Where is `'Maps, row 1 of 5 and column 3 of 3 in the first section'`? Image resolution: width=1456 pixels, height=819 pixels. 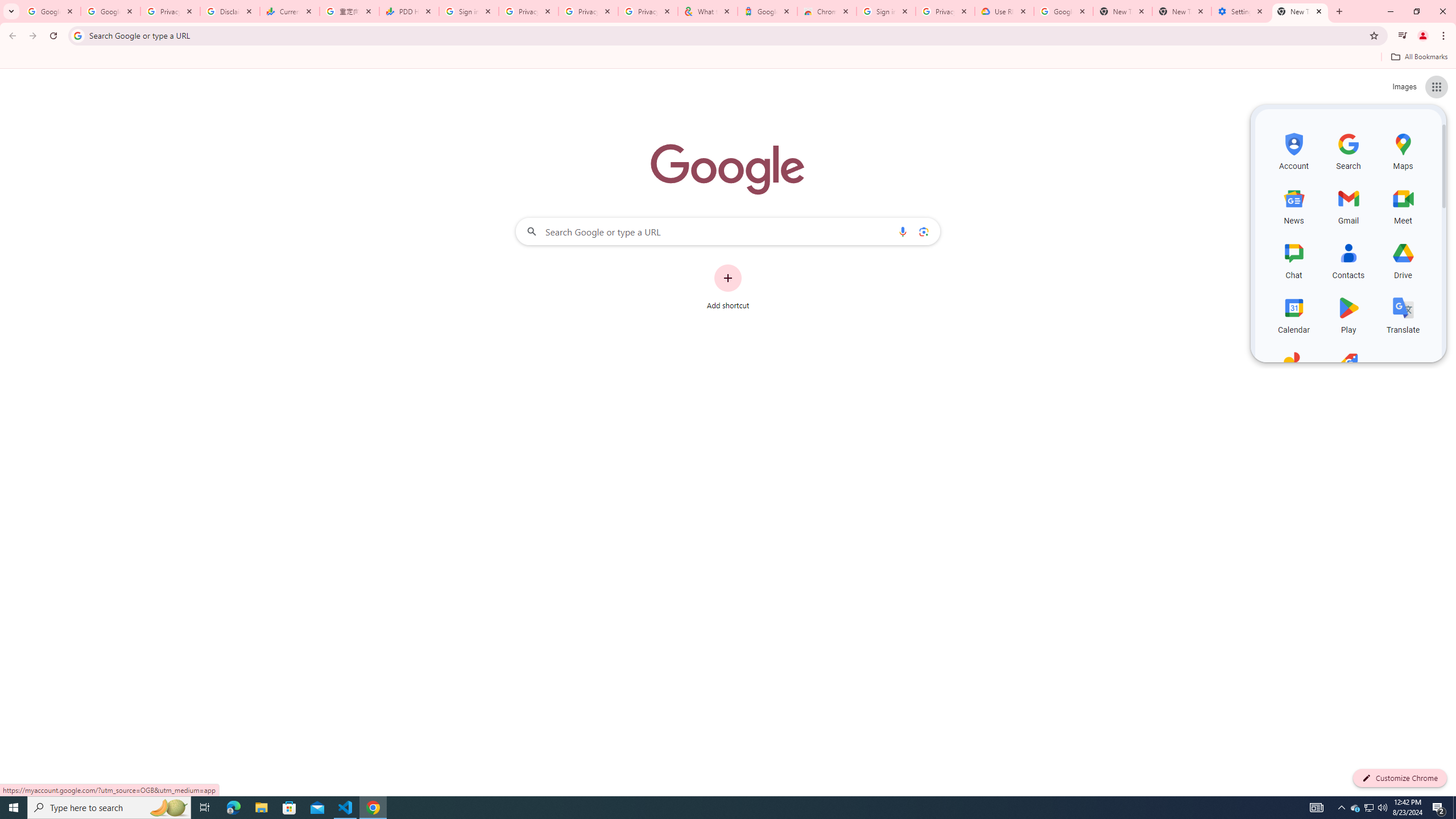 'Maps, row 1 of 5 and column 3 of 3 in the first section' is located at coordinates (1403, 150).